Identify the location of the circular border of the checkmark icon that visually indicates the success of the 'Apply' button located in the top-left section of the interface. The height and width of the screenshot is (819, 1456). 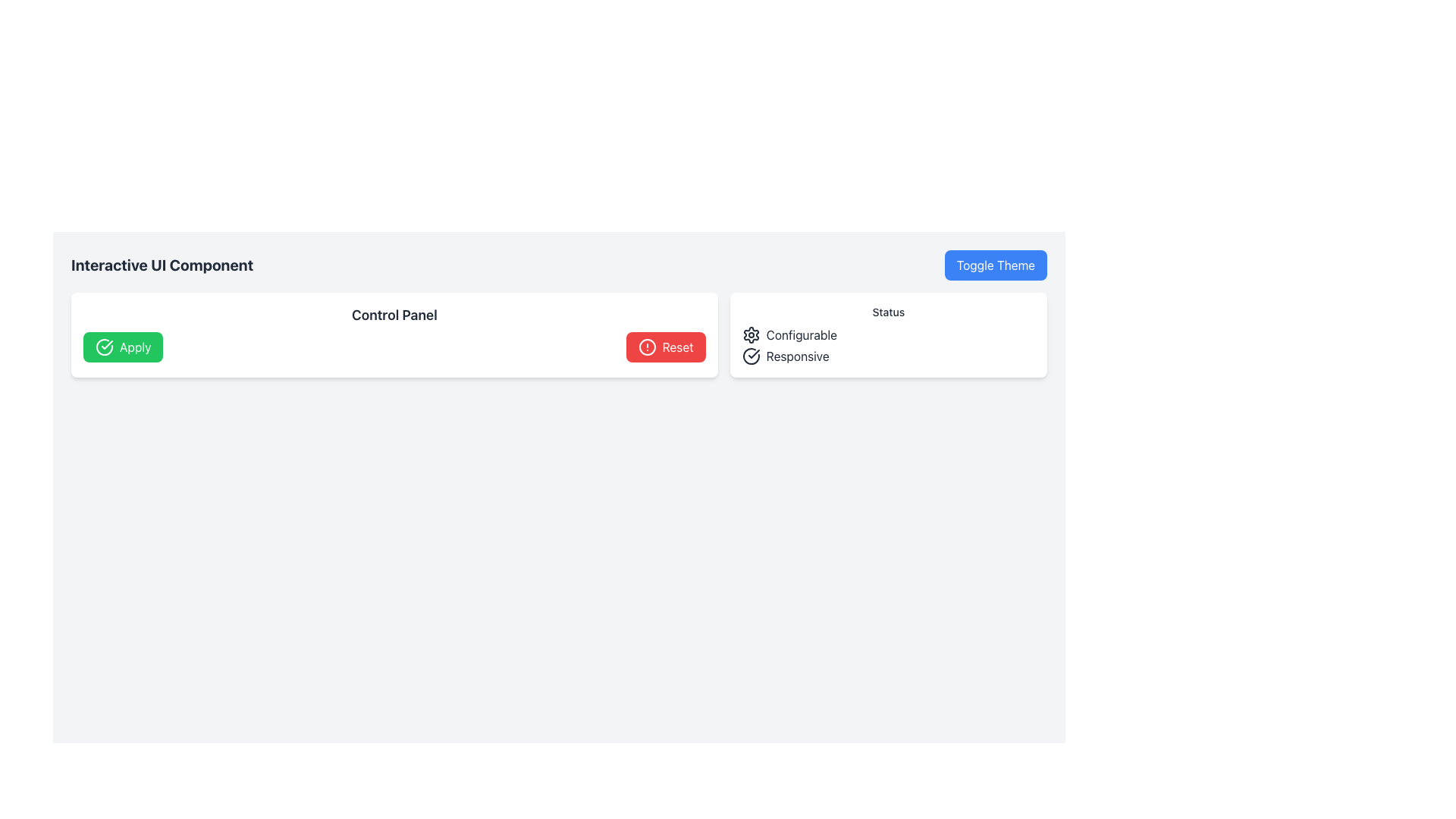
(104, 346).